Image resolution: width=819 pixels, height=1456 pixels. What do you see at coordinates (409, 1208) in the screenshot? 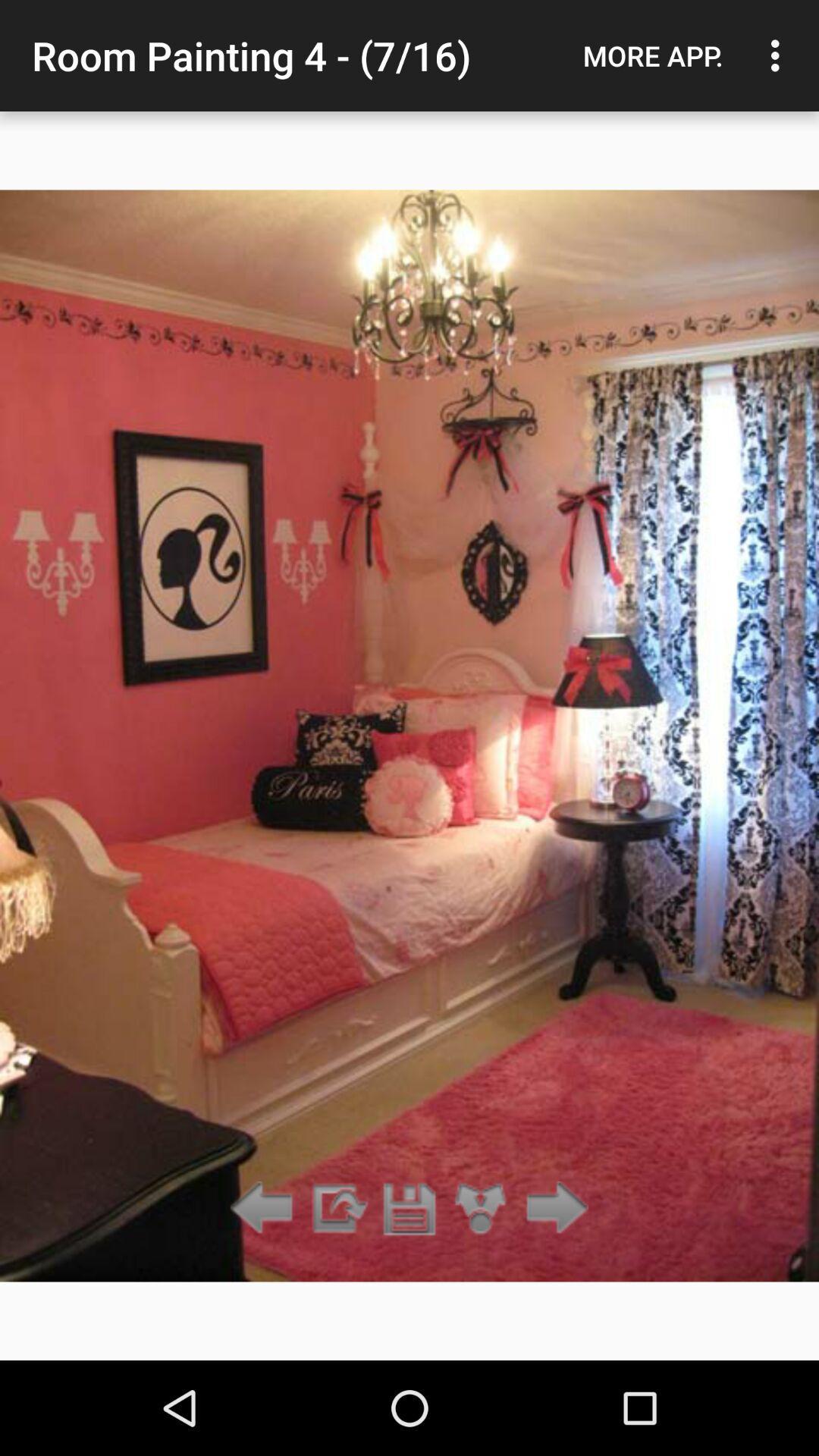
I see `the app below room painting 4 item` at bounding box center [409, 1208].